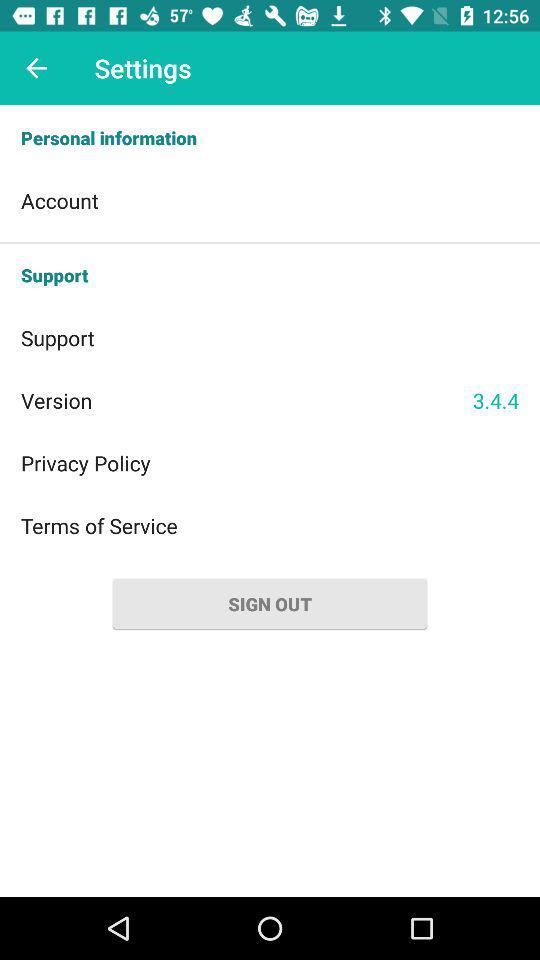  Describe the element at coordinates (494, 399) in the screenshot. I see `the item on the right` at that location.